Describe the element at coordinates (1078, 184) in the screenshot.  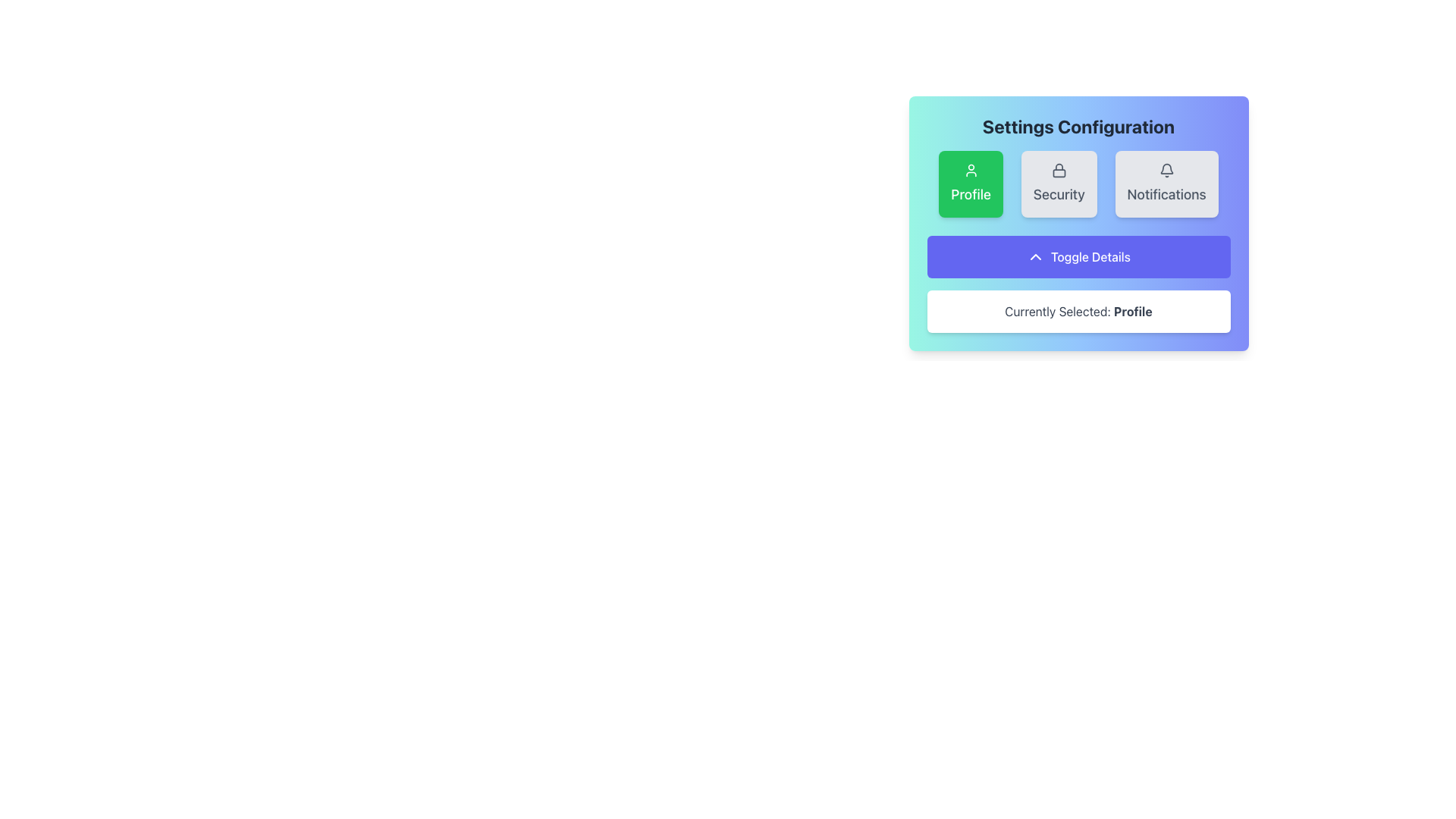
I see `the 'Security' button, which is a rectangular clickable panel with a gray background, a 'Security' label, and a lock icon, located in the center of a three-item horizontal menu` at that location.